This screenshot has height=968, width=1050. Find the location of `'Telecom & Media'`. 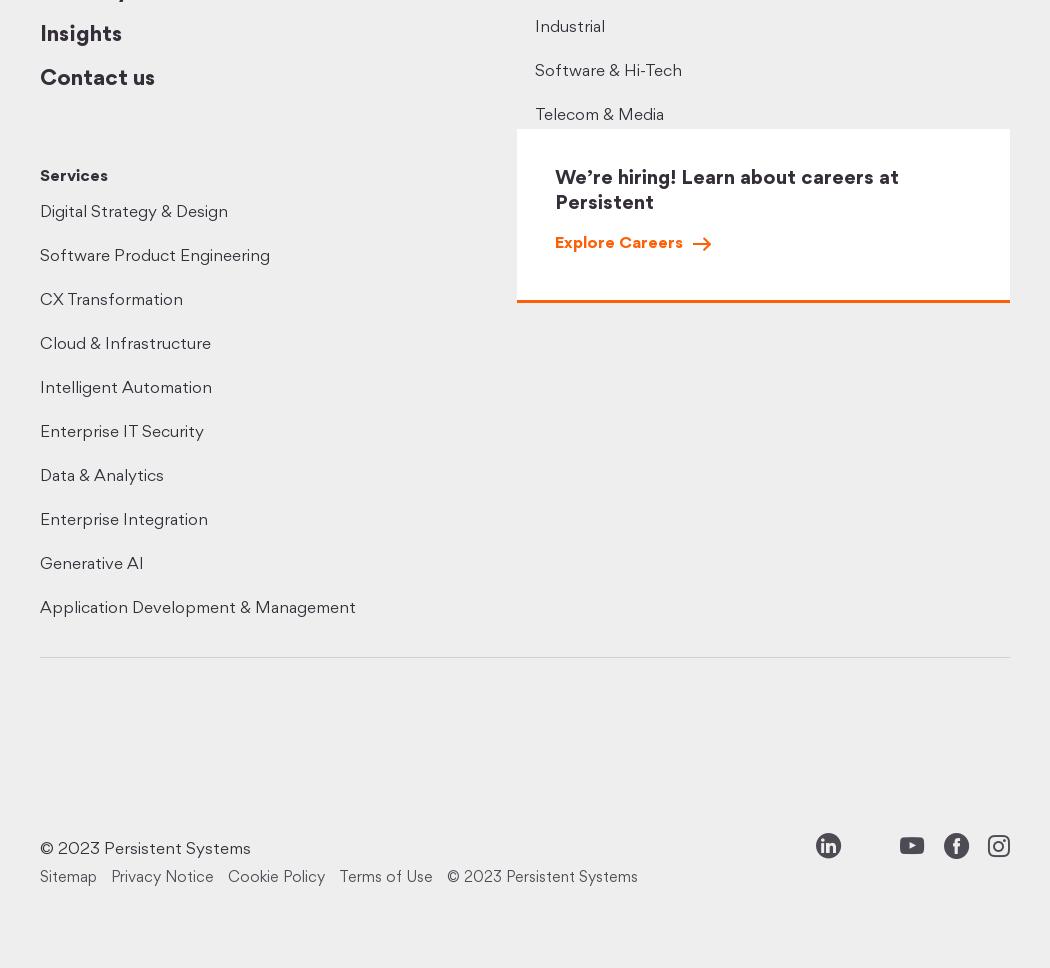

'Telecom & Media' is located at coordinates (598, 115).